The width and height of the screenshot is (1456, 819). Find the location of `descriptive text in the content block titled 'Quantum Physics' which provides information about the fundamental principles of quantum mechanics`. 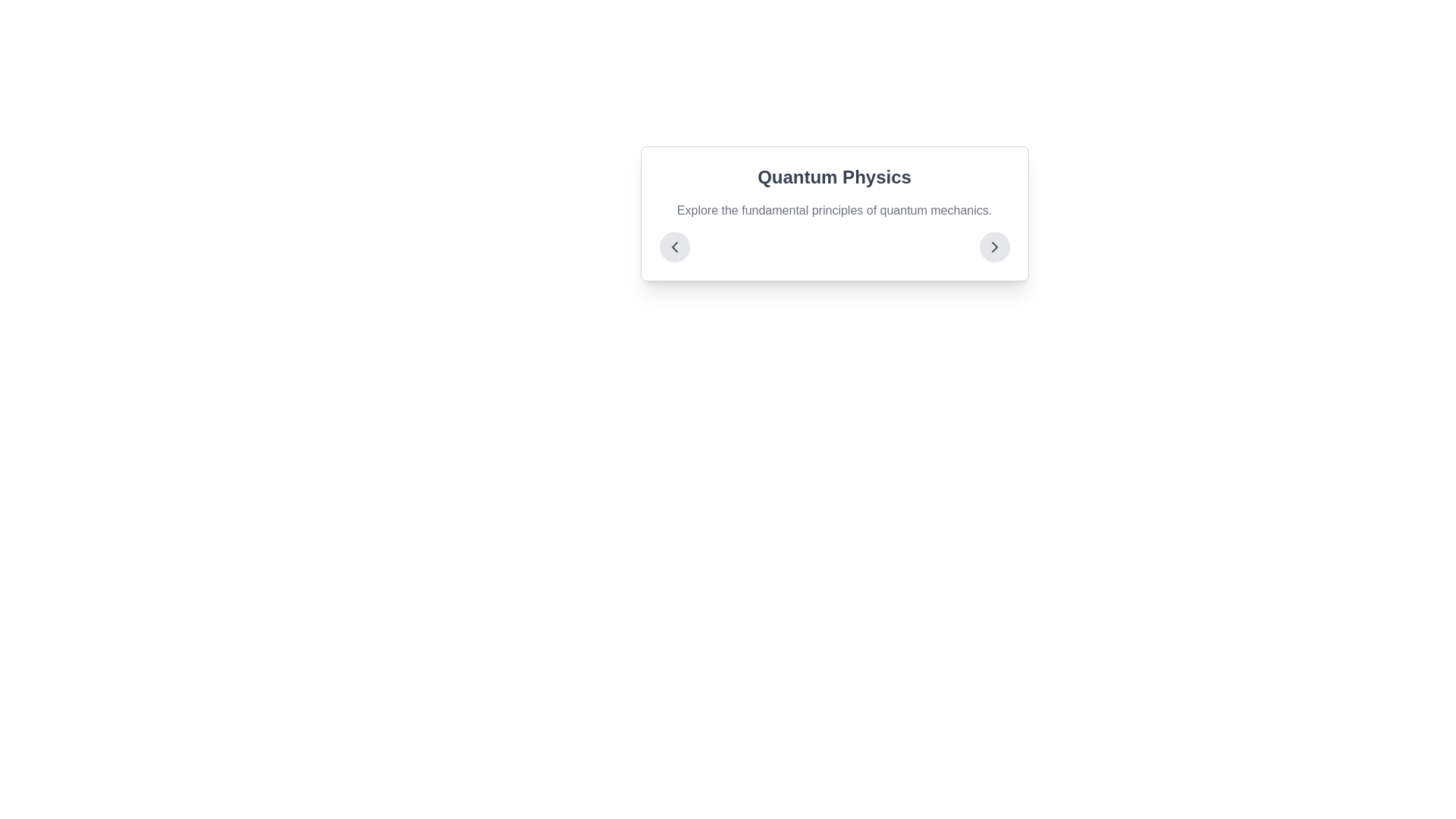

descriptive text in the content block titled 'Quantum Physics' which provides information about the fundamental principles of quantum mechanics is located at coordinates (833, 213).